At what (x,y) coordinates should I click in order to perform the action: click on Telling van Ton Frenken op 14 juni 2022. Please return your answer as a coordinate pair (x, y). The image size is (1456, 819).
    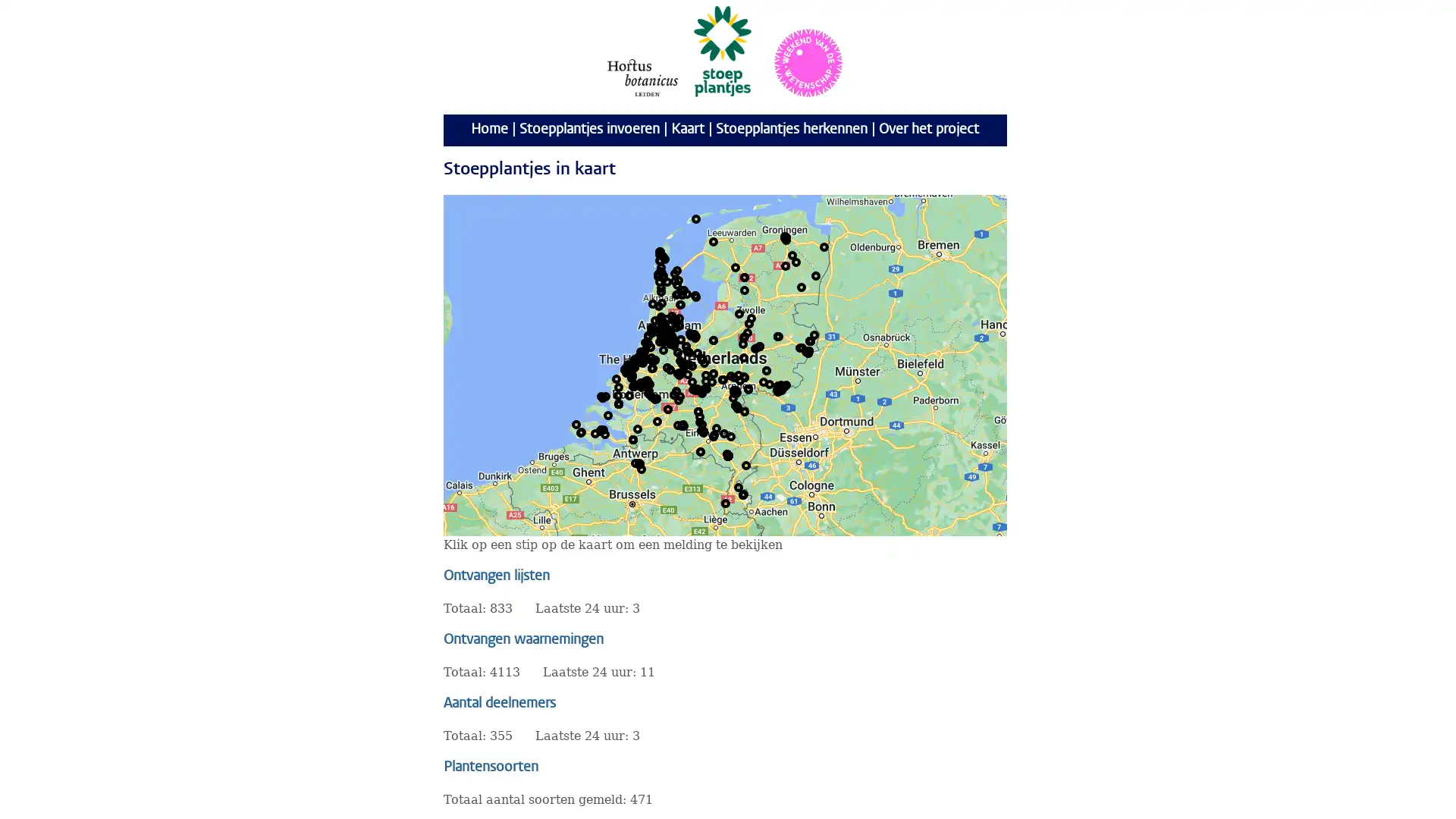
    Looking at the image, I should click on (728, 455).